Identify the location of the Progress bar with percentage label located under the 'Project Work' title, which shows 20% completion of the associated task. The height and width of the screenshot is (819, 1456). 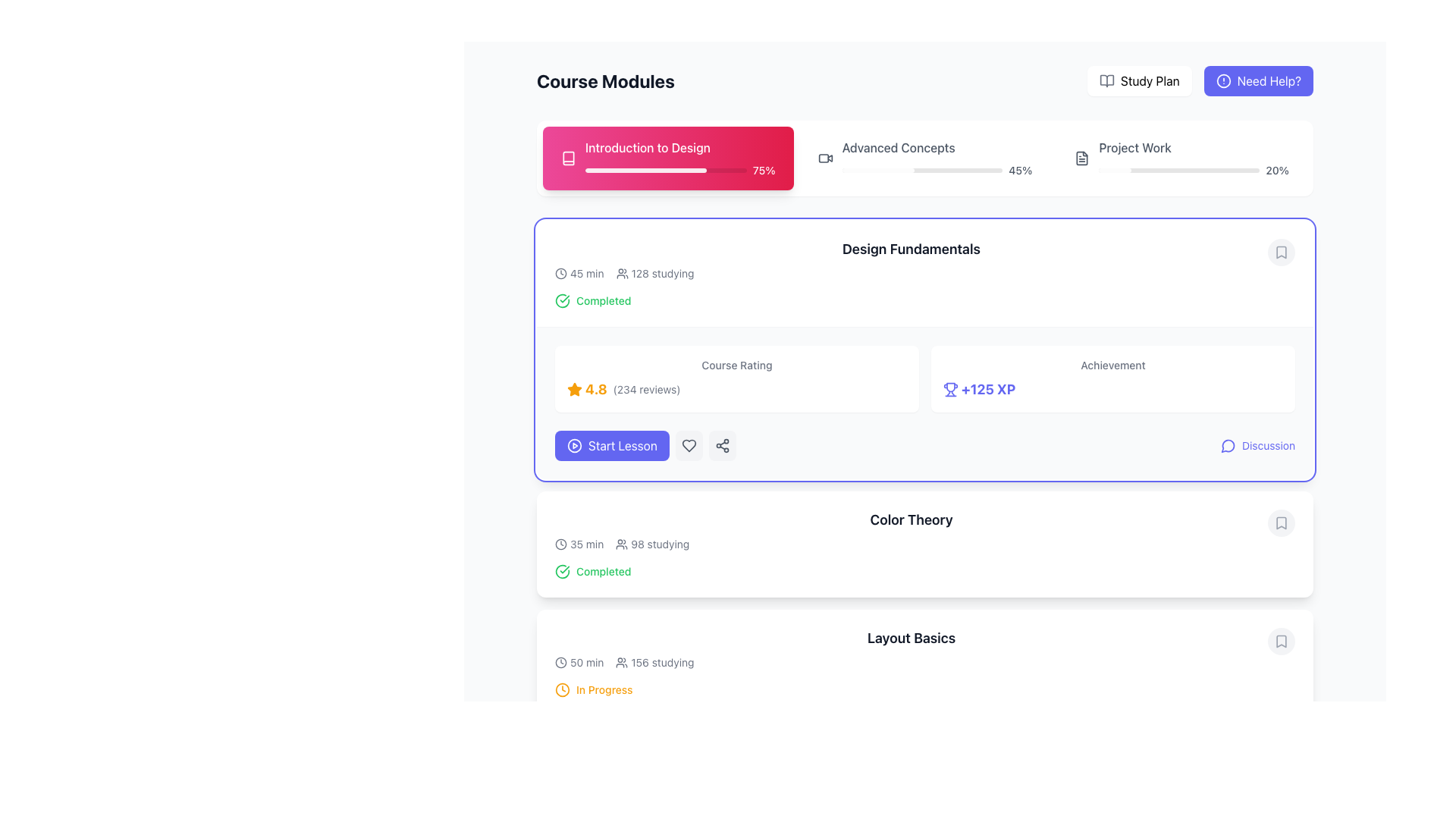
(1193, 170).